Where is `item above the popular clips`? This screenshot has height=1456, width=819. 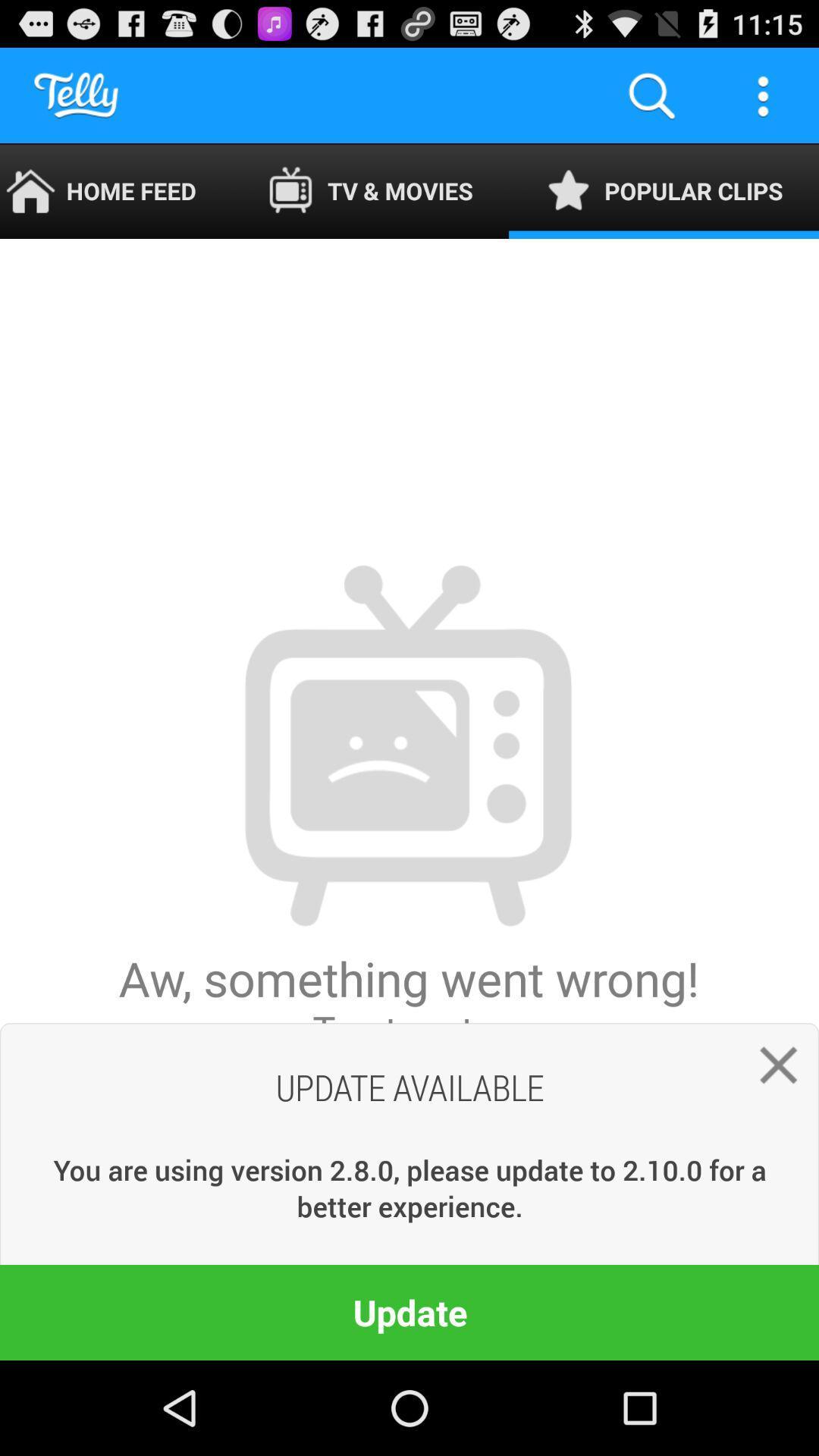 item above the popular clips is located at coordinates (763, 94).